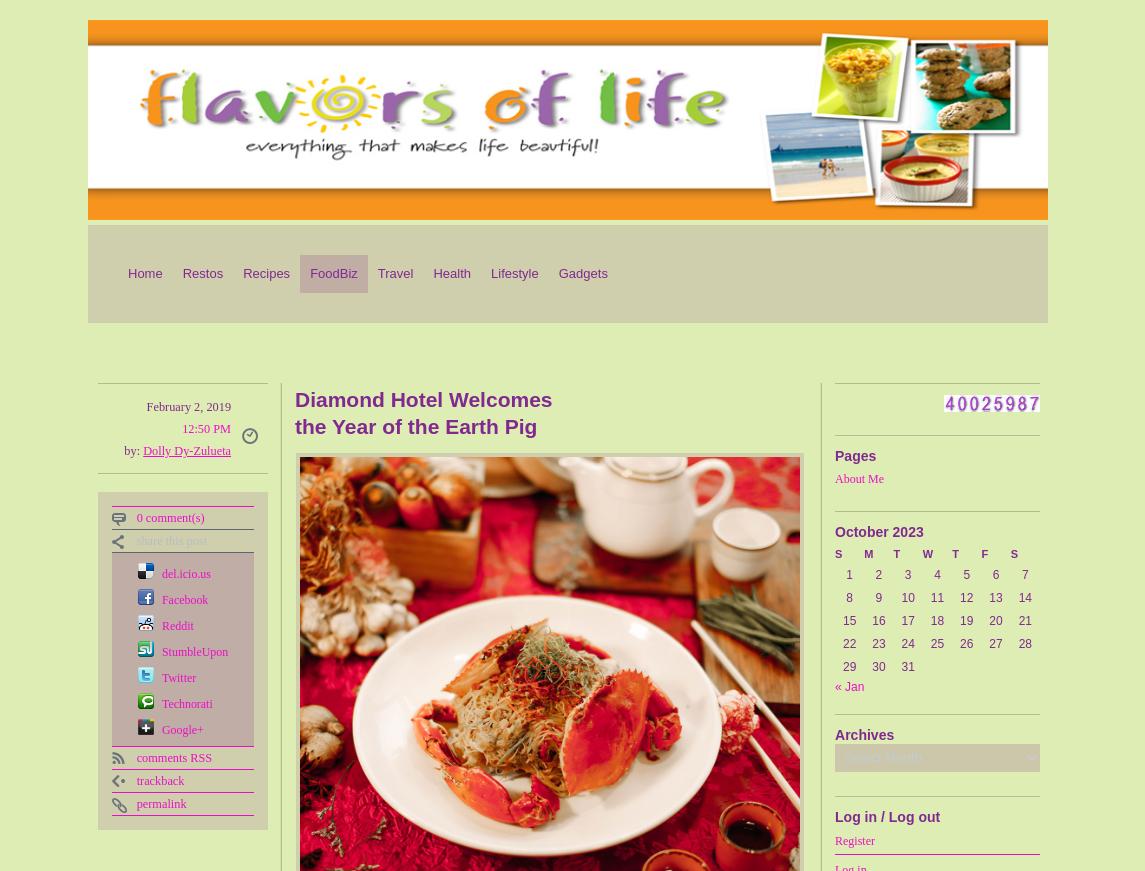 The image size is (1145, 871). What do you see at coordinates (849, 575) in the screenshot?
I see `'1'` at bounding box center [849, 575].